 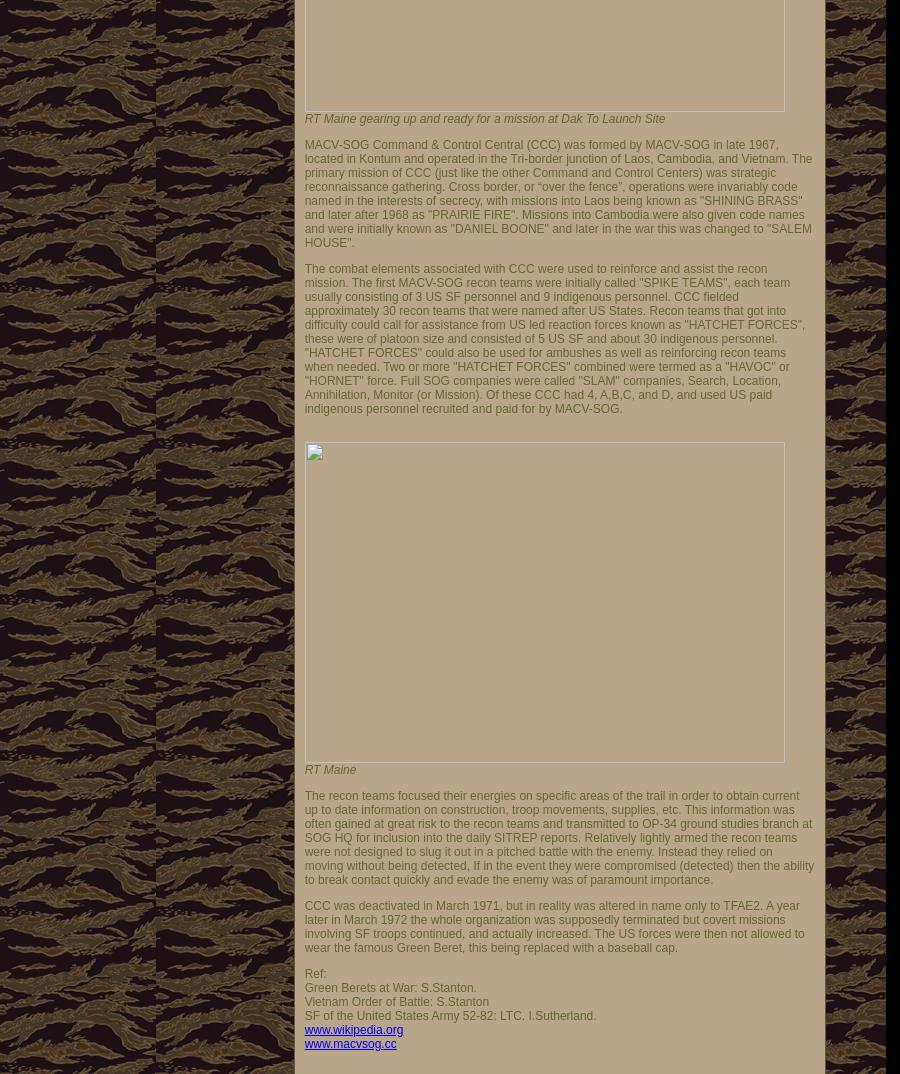 What do you see at coordinates (483, 117) in the screenshot?
I see `'RT Maine gearing up and ready for a mission at Dak To Launch Site'` at bounding box center [483, 117].